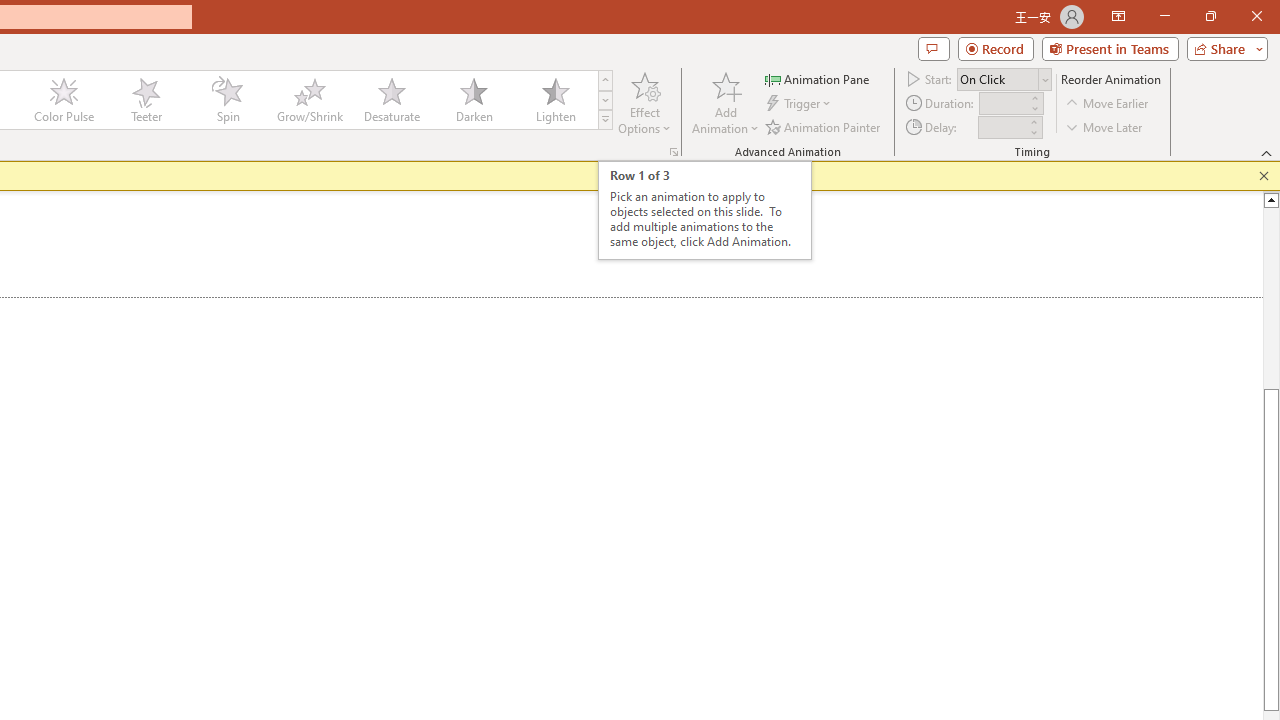  Describe the element at coordinates (604, 100) in the screenshot. I see `'Row Down'` at that location.